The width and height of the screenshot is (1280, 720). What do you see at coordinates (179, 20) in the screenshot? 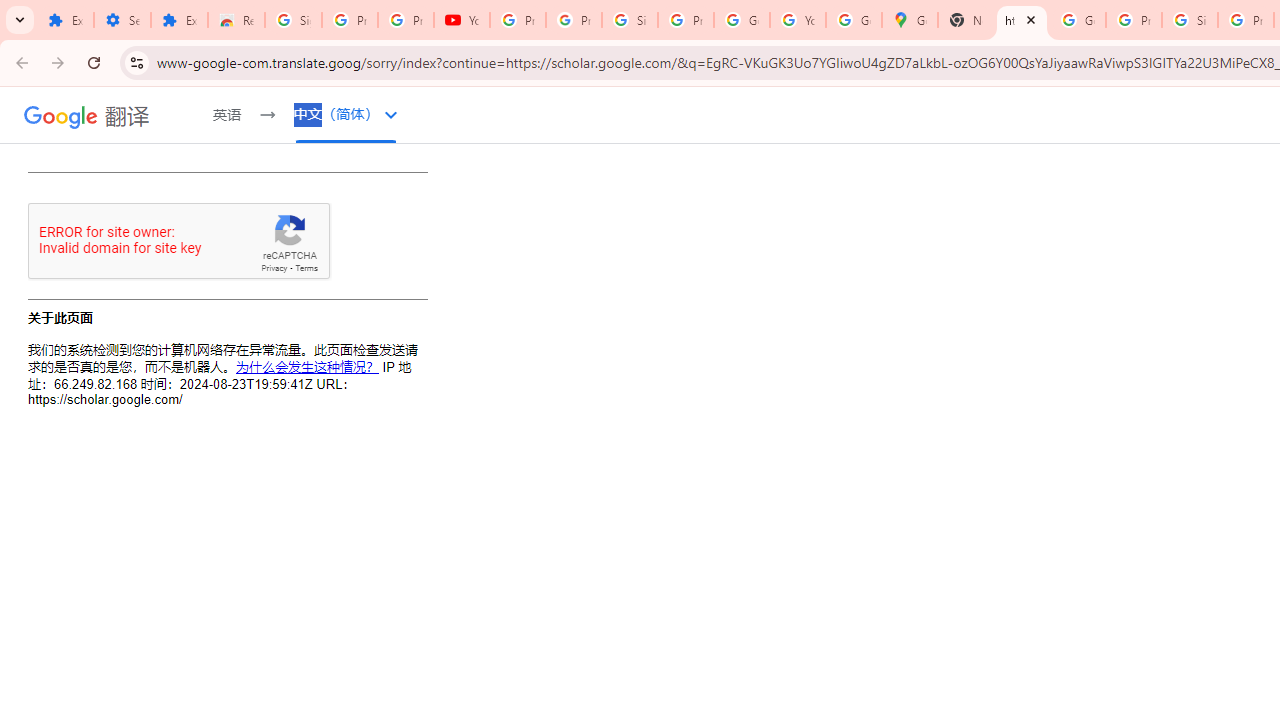
I see `'Extensions'` at bounding box center [179, 20].